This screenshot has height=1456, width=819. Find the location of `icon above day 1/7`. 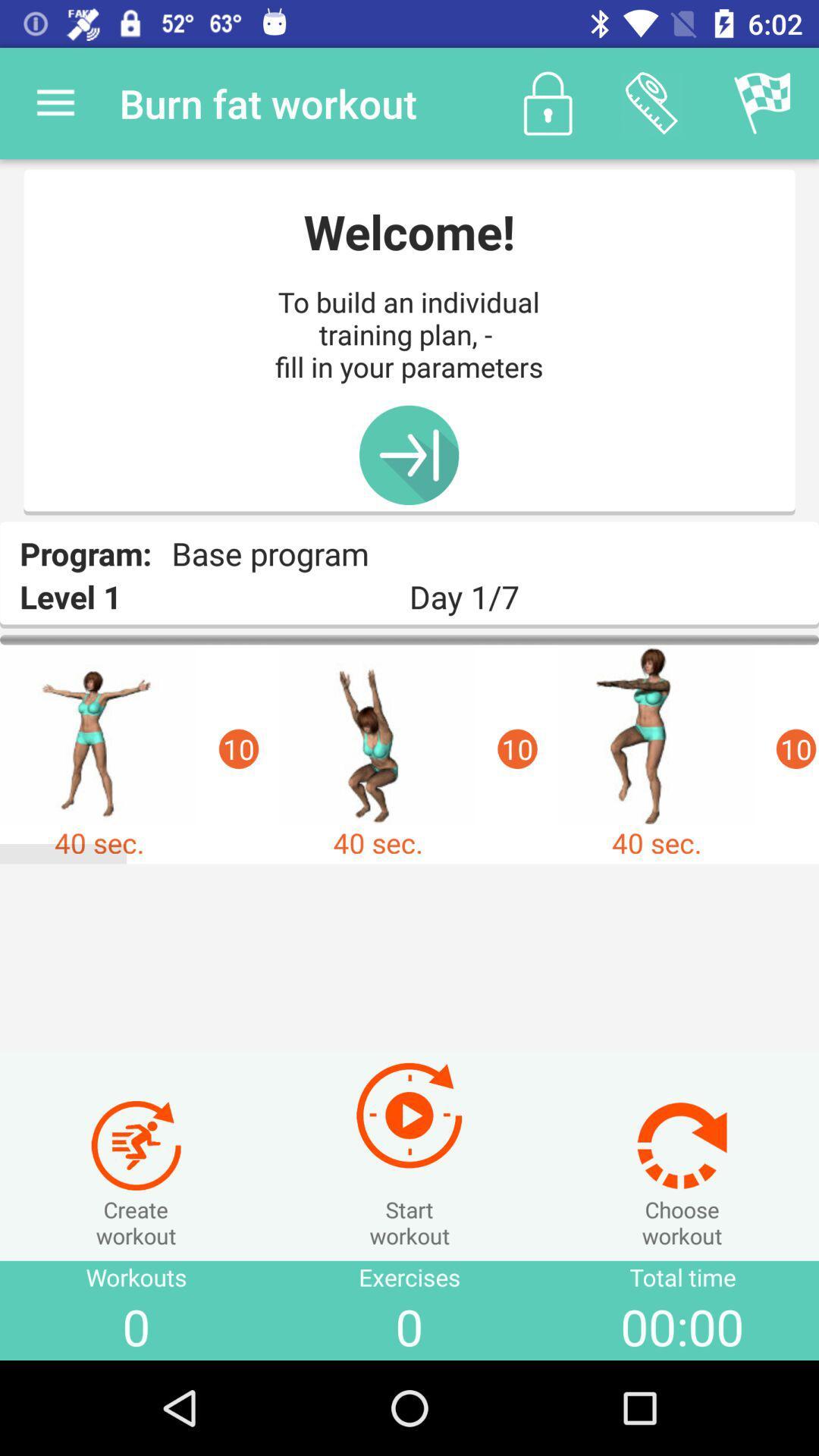

icon above day 1/7 is located at coordinates (651, 102).